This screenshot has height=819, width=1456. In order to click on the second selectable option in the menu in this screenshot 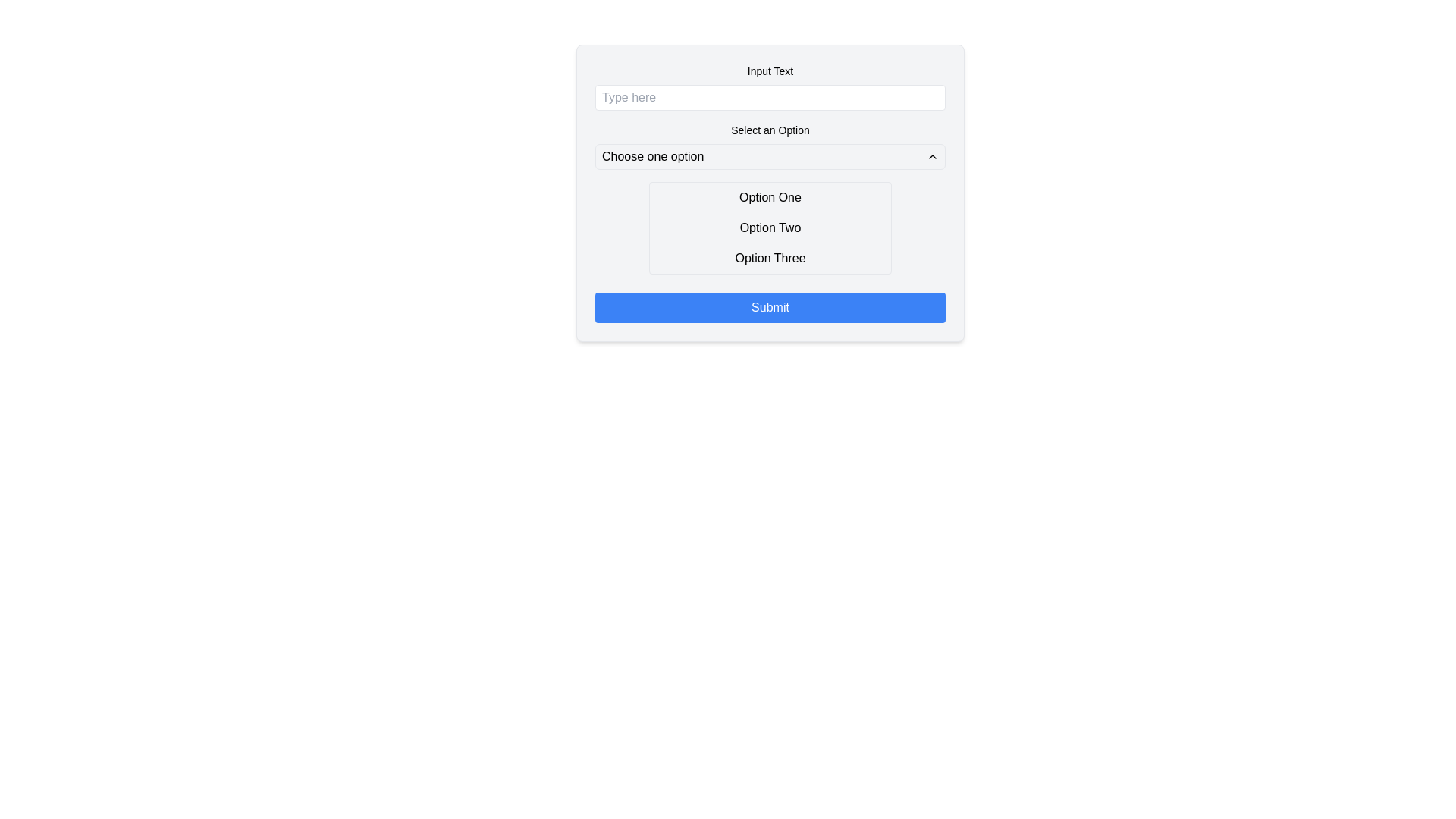, I will do `click(770, 227)`.